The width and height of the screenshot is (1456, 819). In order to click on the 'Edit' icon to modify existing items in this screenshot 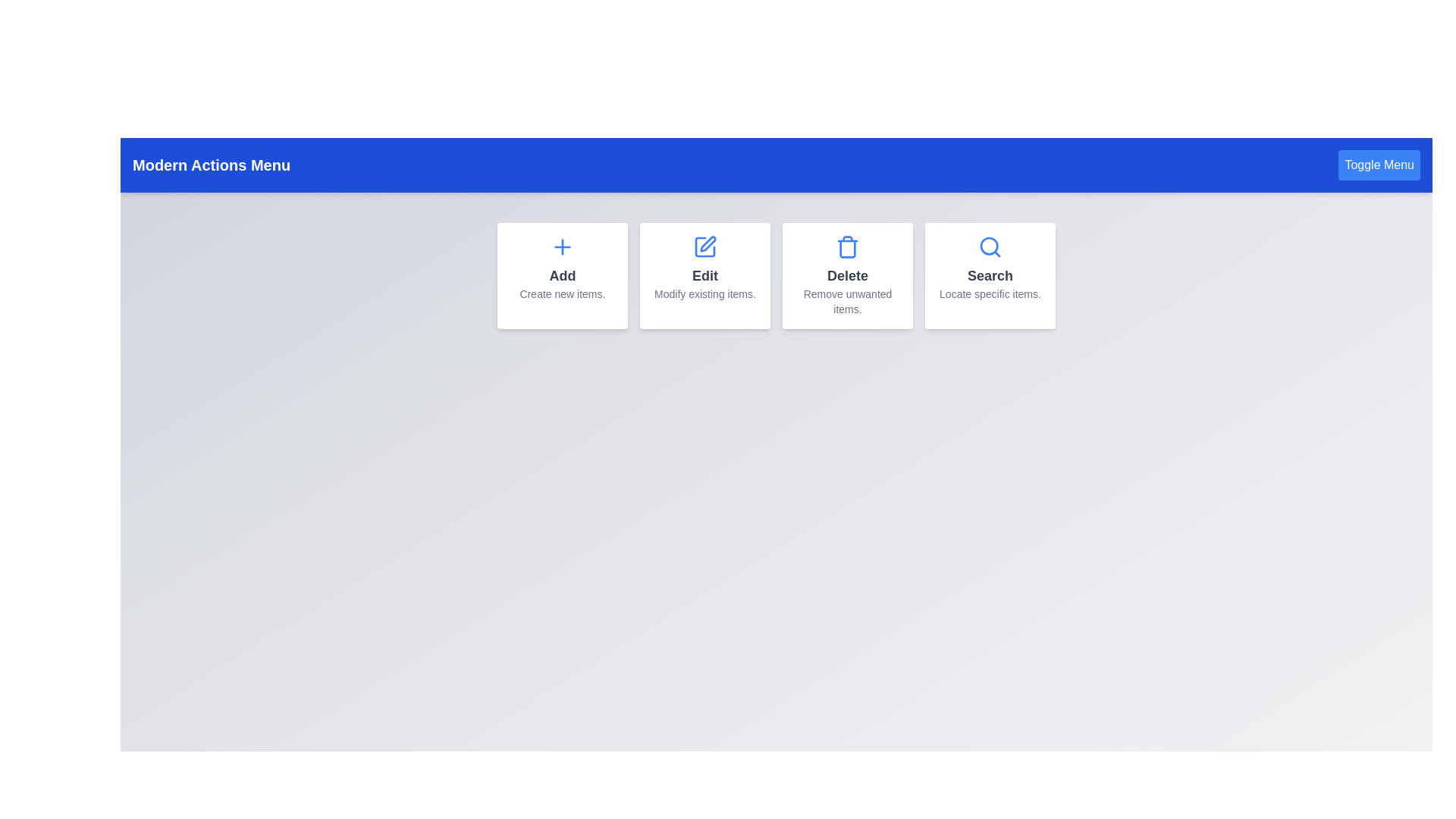, I will do `click(704, 246)`.